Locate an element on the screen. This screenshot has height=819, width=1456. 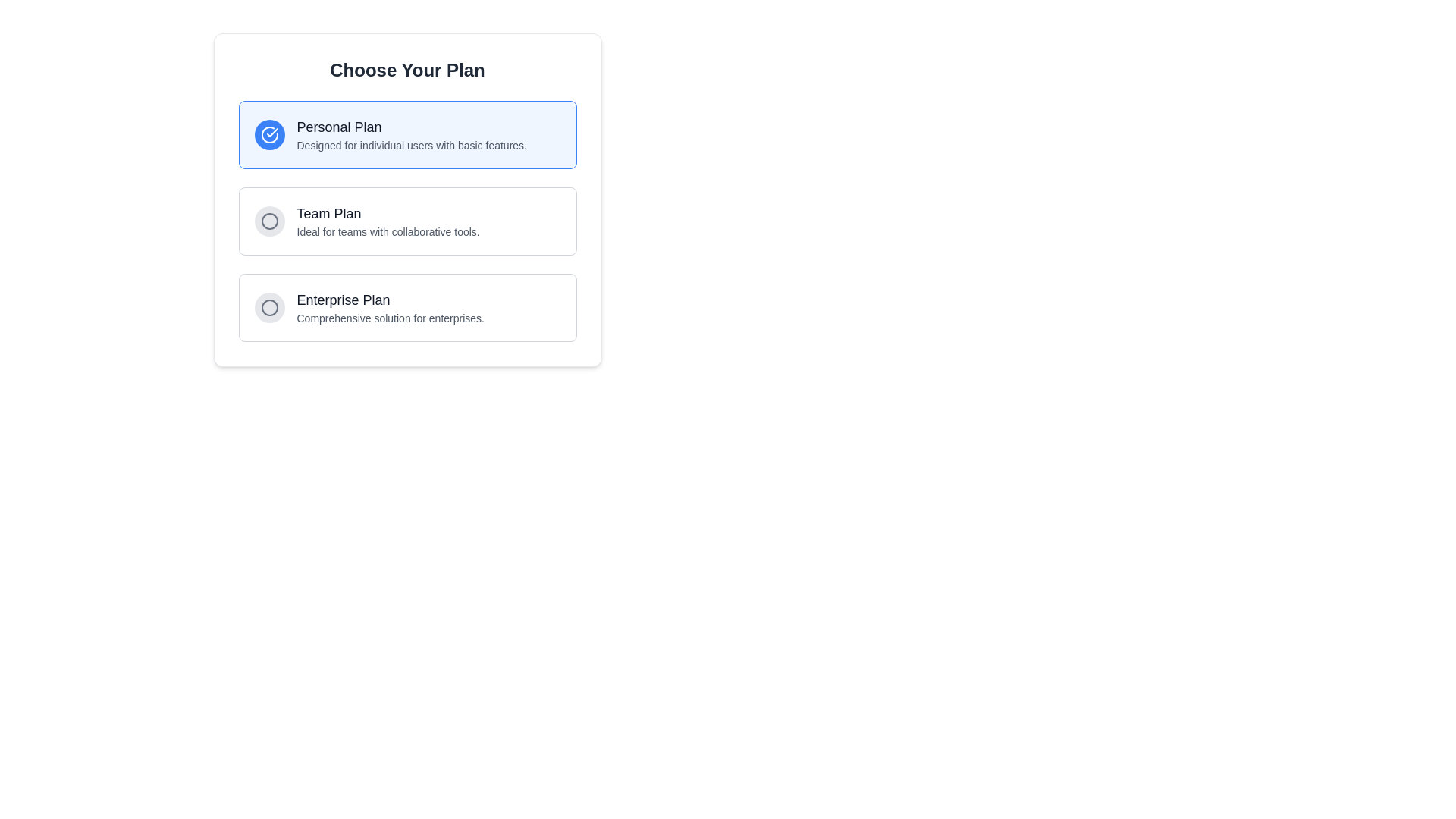
the gray circular SVG icon located to the left of the 'Enterprise Plan' text is located at coordinates (269, 307).